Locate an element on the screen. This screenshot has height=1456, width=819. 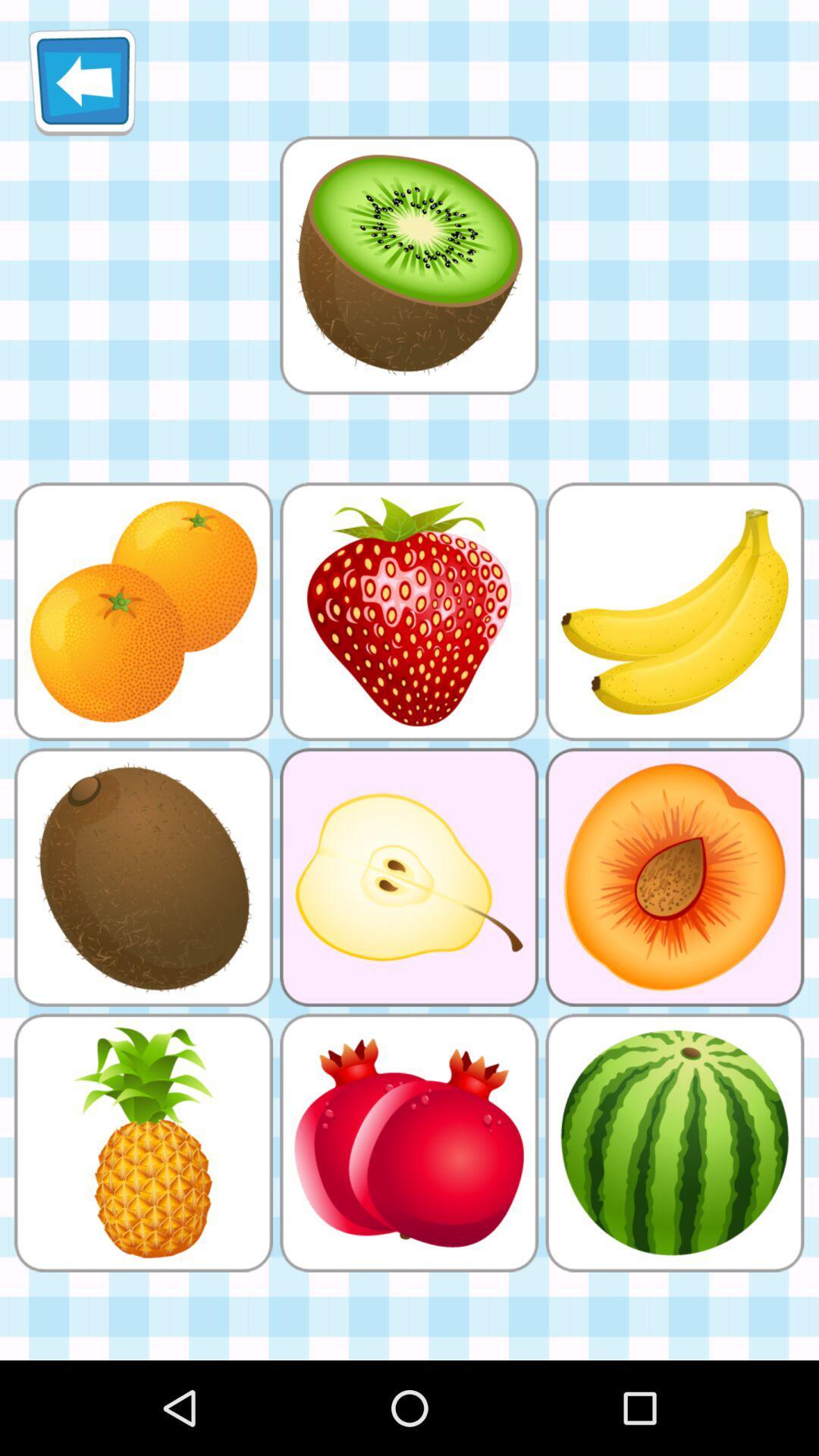
kiwi is located at coordinates (408, 265).